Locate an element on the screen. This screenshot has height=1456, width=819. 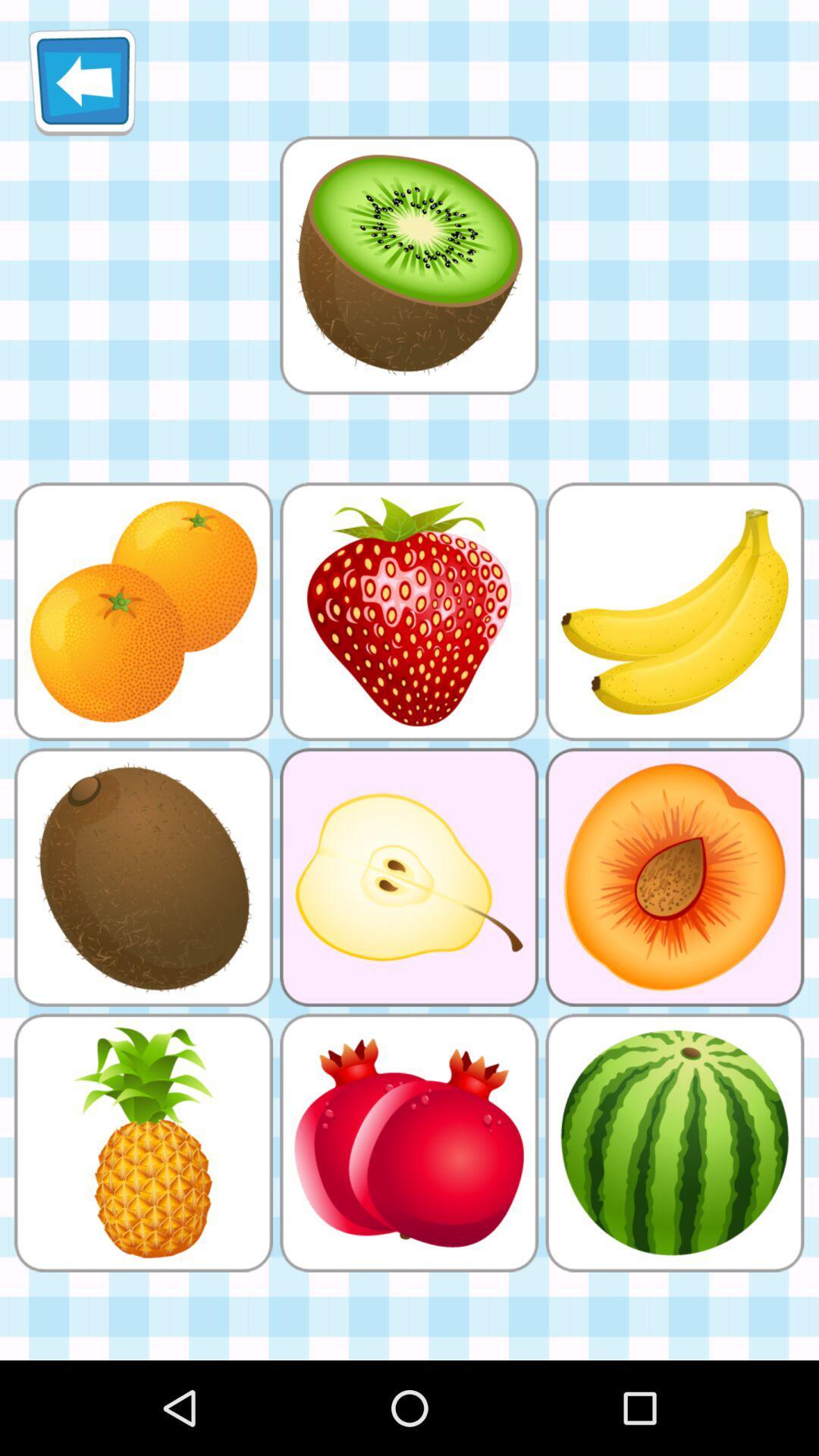
kiwi is located at coordinates (408, 265).